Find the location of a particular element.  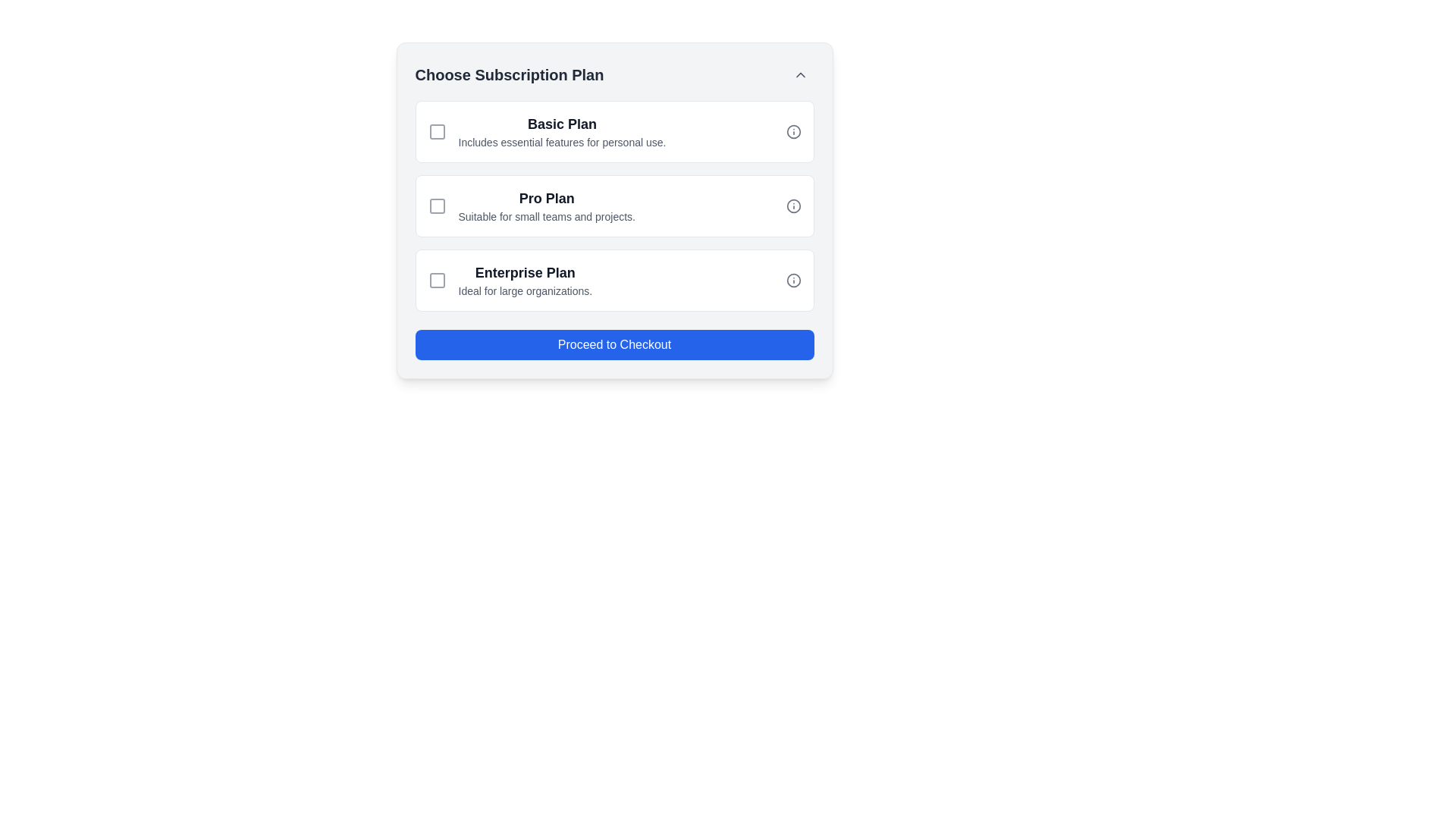

the Checkbox decoration (rounded square) for the 'Enterprise Plan' subscription option, located in the bottom part of the subscription options list is located at coordinates (436, 281).